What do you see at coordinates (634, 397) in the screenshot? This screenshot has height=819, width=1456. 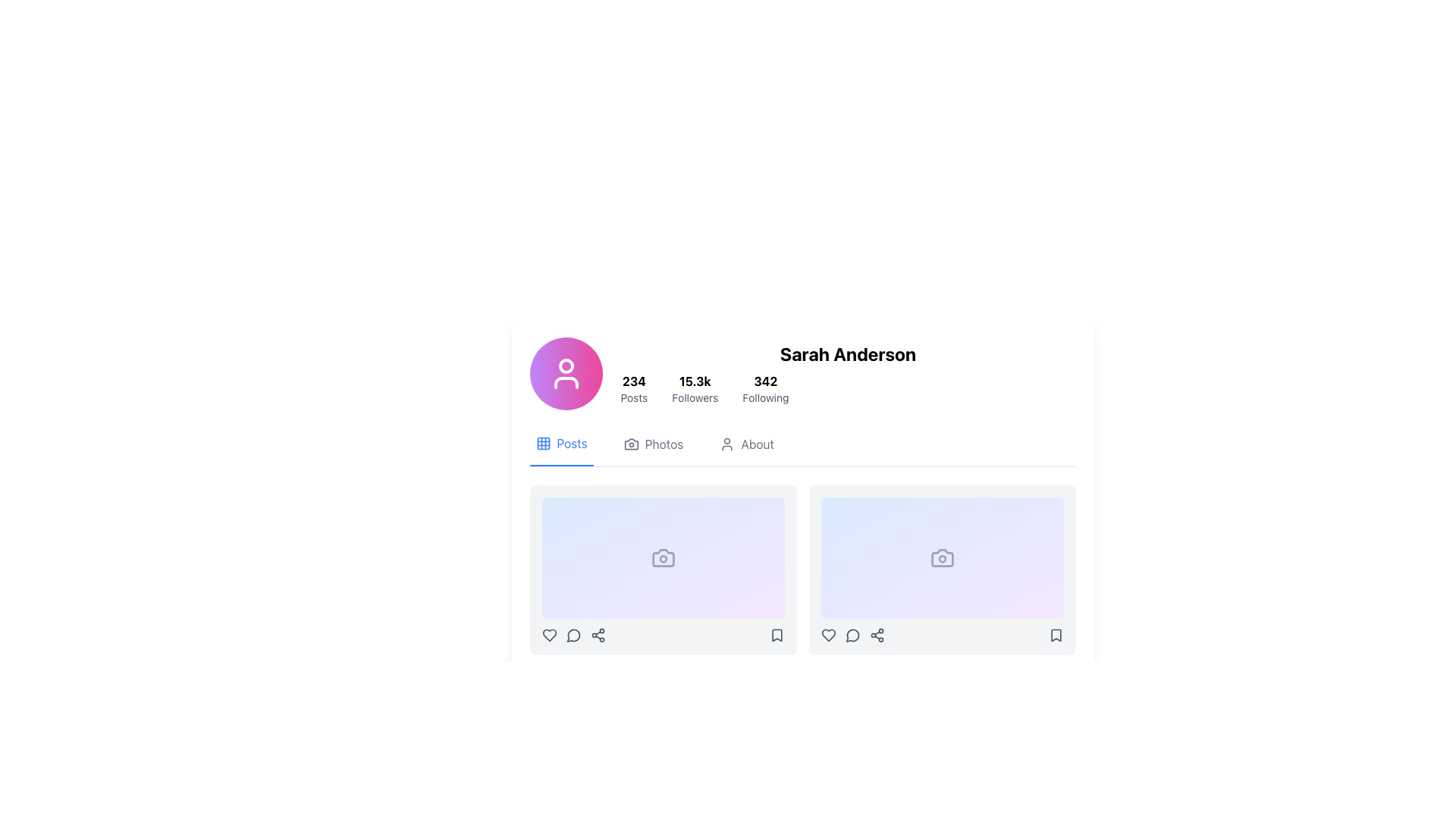 I see `the text label displaying 'Posts' in a smaller gray font, located beneath the number '234' in the statistics section of the profile page` at bounding box center [634, 397].